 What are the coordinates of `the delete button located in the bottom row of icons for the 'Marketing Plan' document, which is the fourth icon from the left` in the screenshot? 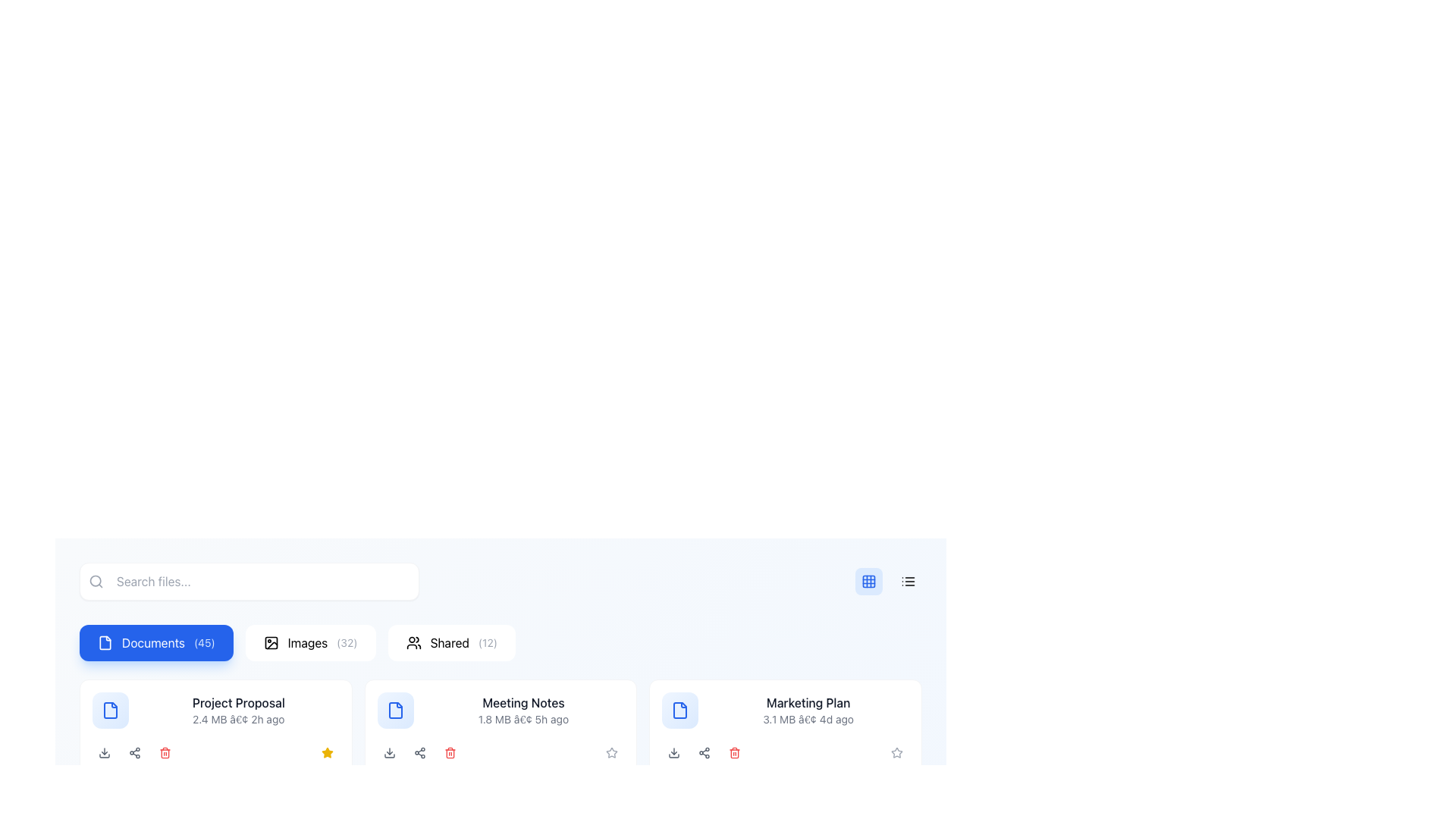 It's located at (735, 752).